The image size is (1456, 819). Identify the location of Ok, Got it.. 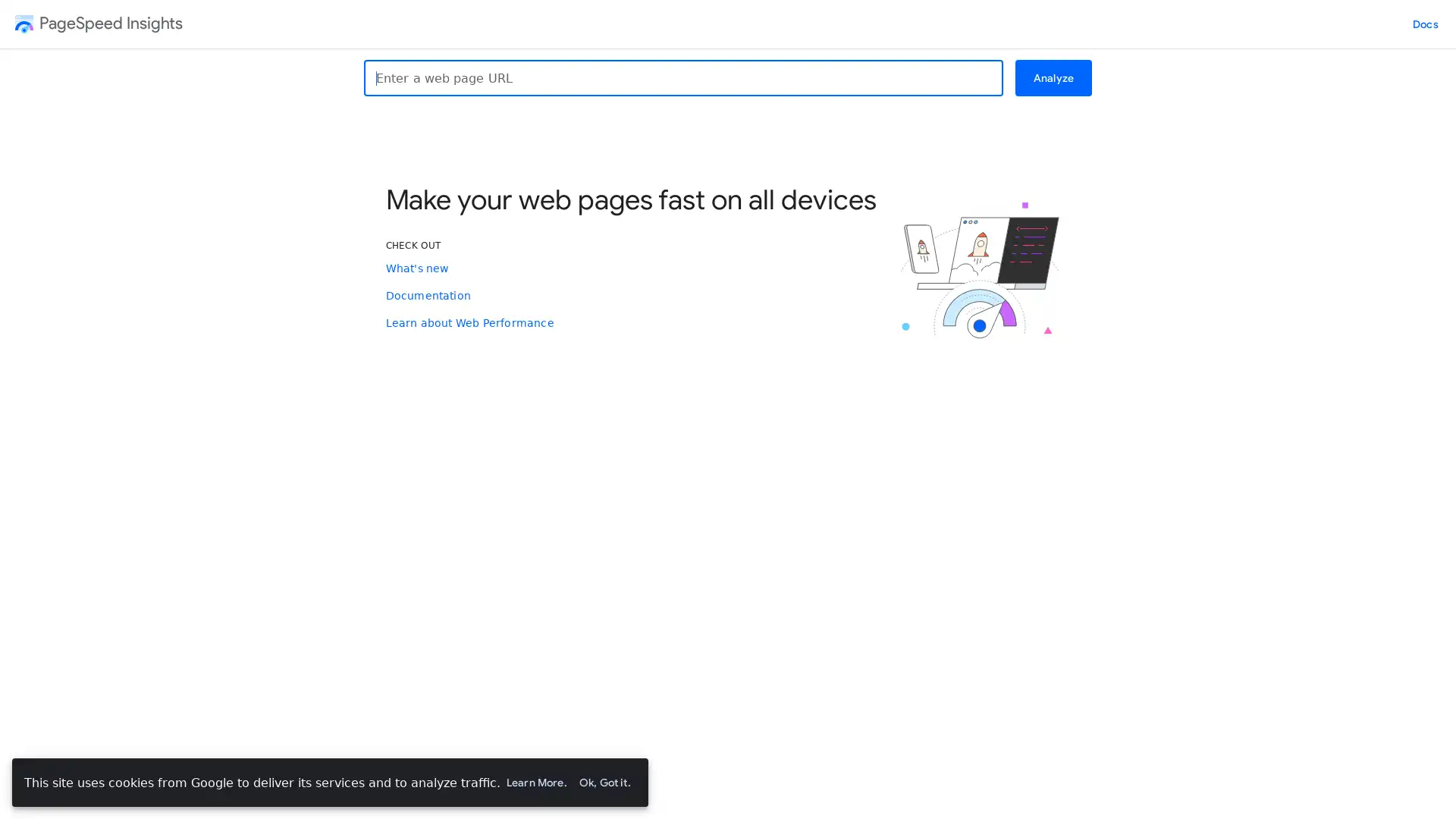
(603, 783).